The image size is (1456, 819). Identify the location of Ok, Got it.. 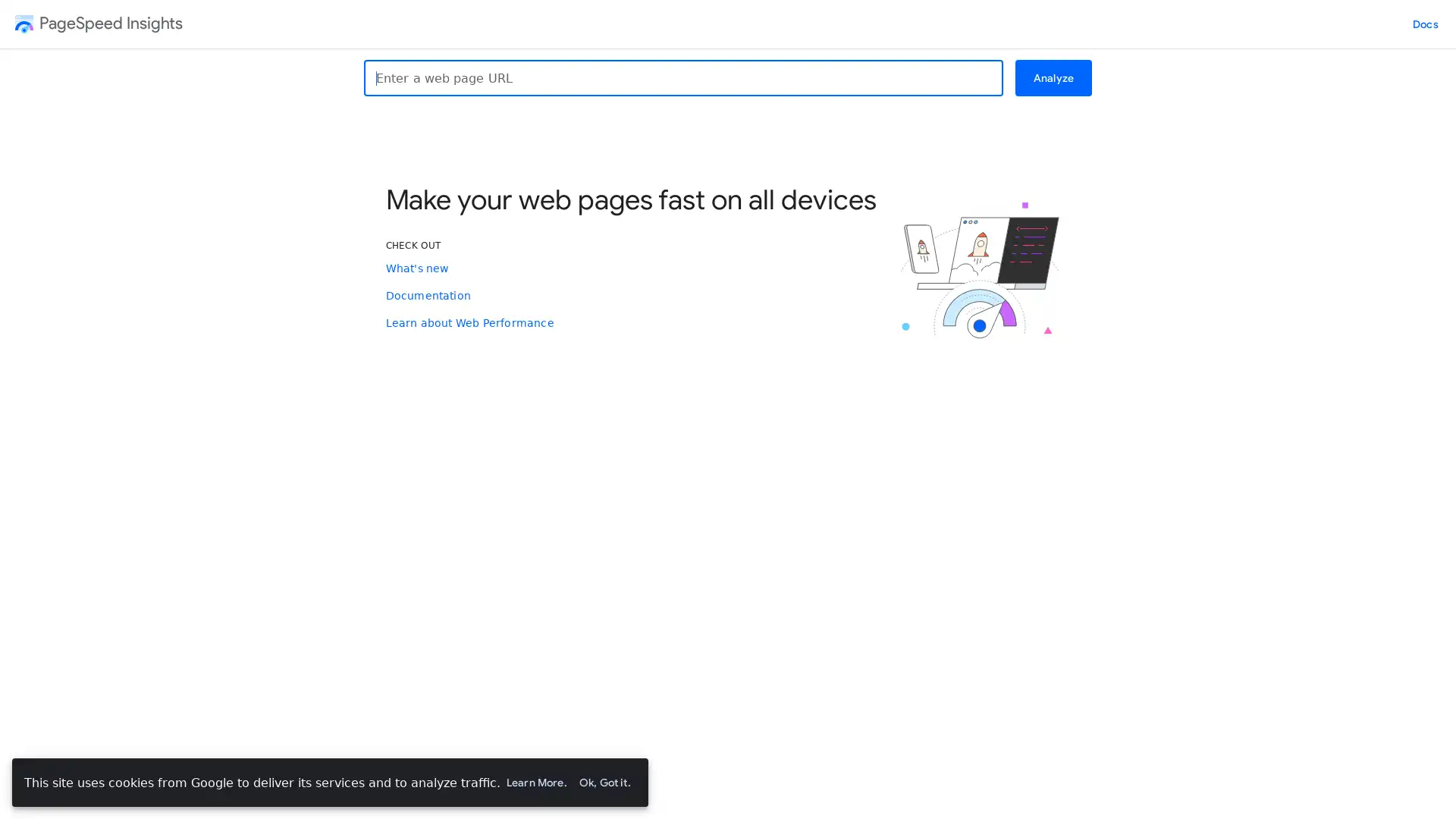
(603, 783).